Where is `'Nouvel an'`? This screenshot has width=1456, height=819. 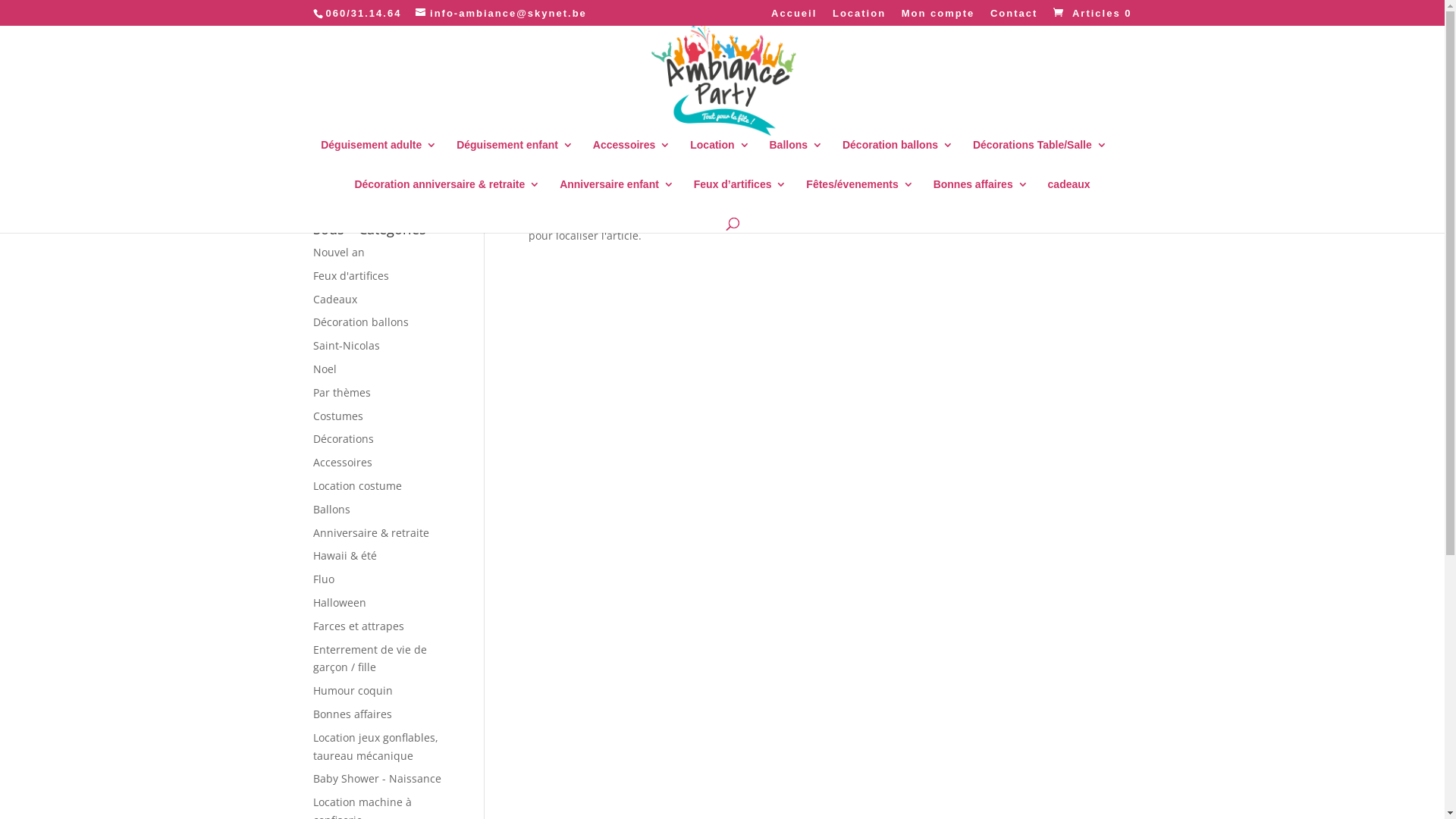 'Nouvel an' is located at coordinates (337, 251).